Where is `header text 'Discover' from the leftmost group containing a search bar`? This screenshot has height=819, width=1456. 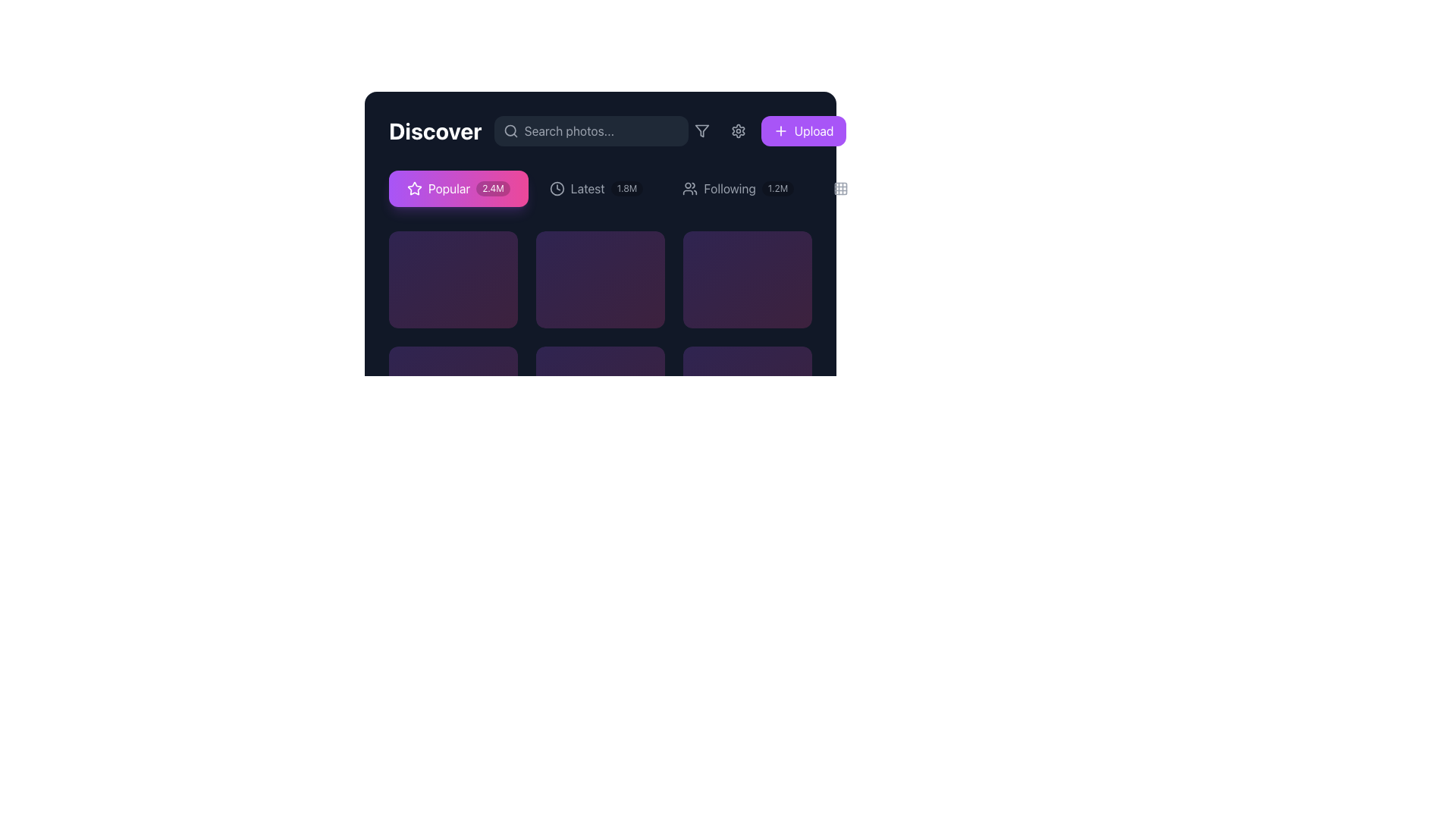 header text 'Discover' from the leftmost group containing a search bar is located at coordinates (538, 130).